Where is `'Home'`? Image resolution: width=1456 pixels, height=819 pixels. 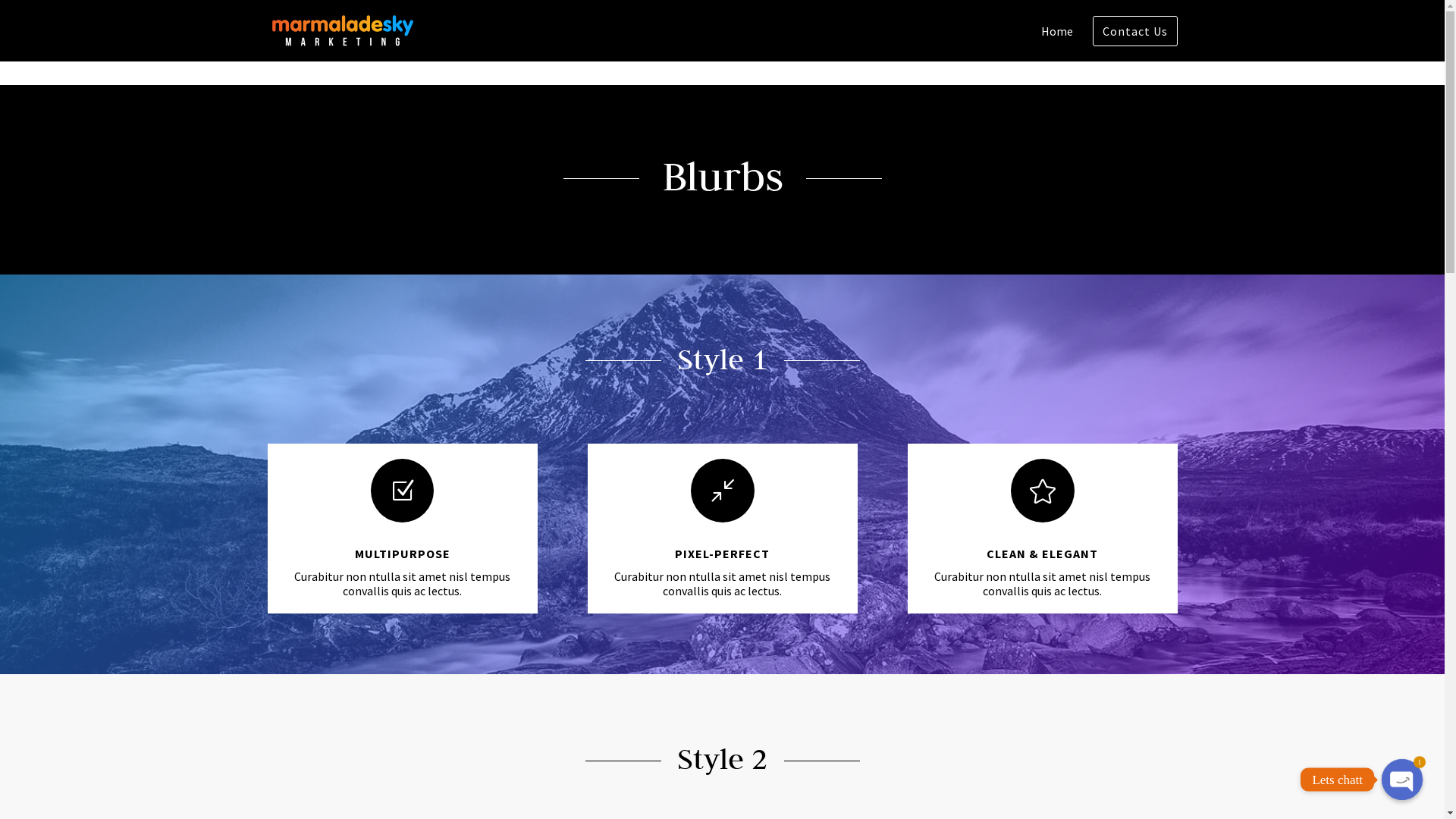 'Home' is located at coordinates (280, 758).